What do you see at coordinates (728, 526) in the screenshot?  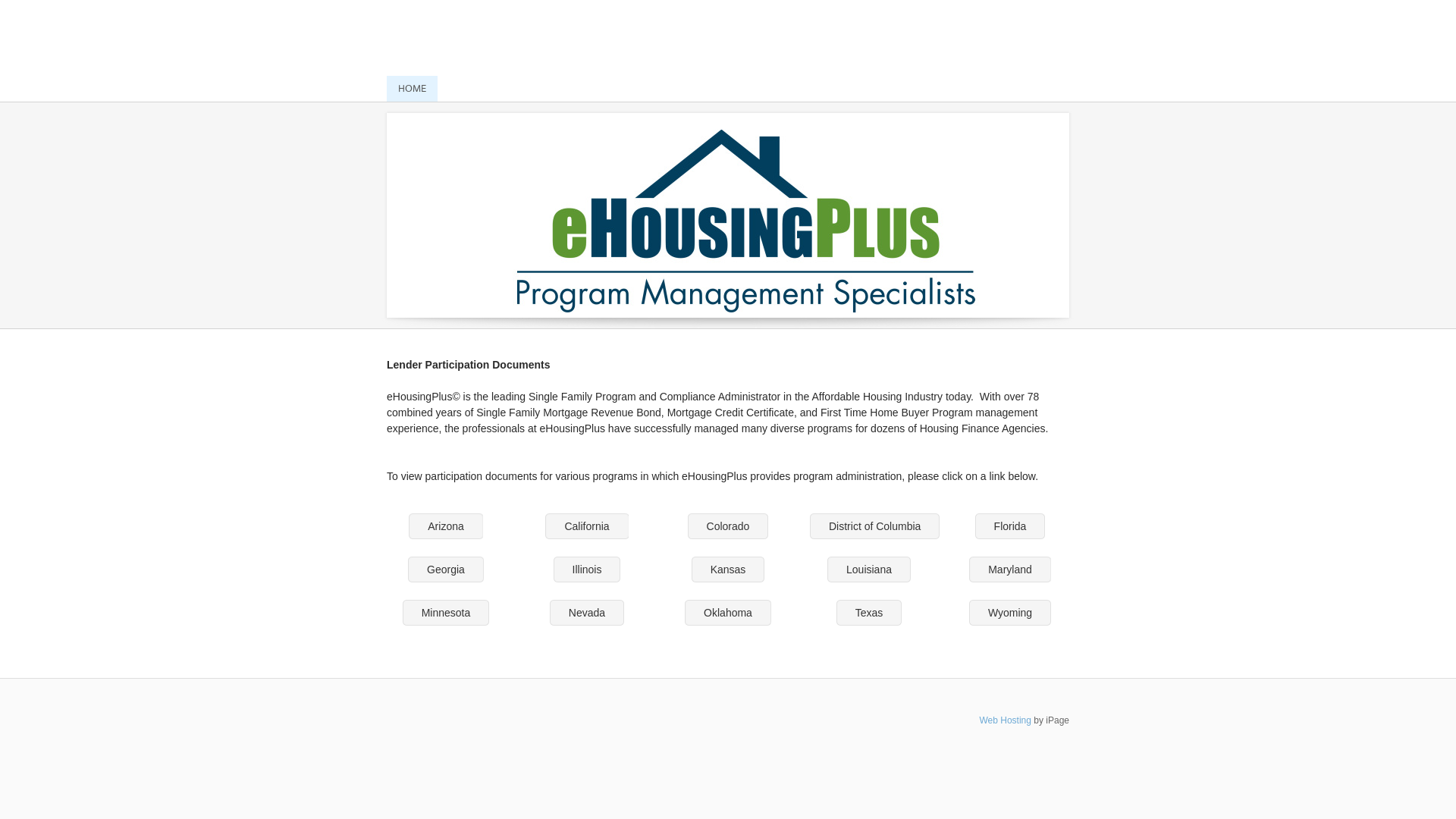 I see `'Colorado'` at bounding box center [728, 526].